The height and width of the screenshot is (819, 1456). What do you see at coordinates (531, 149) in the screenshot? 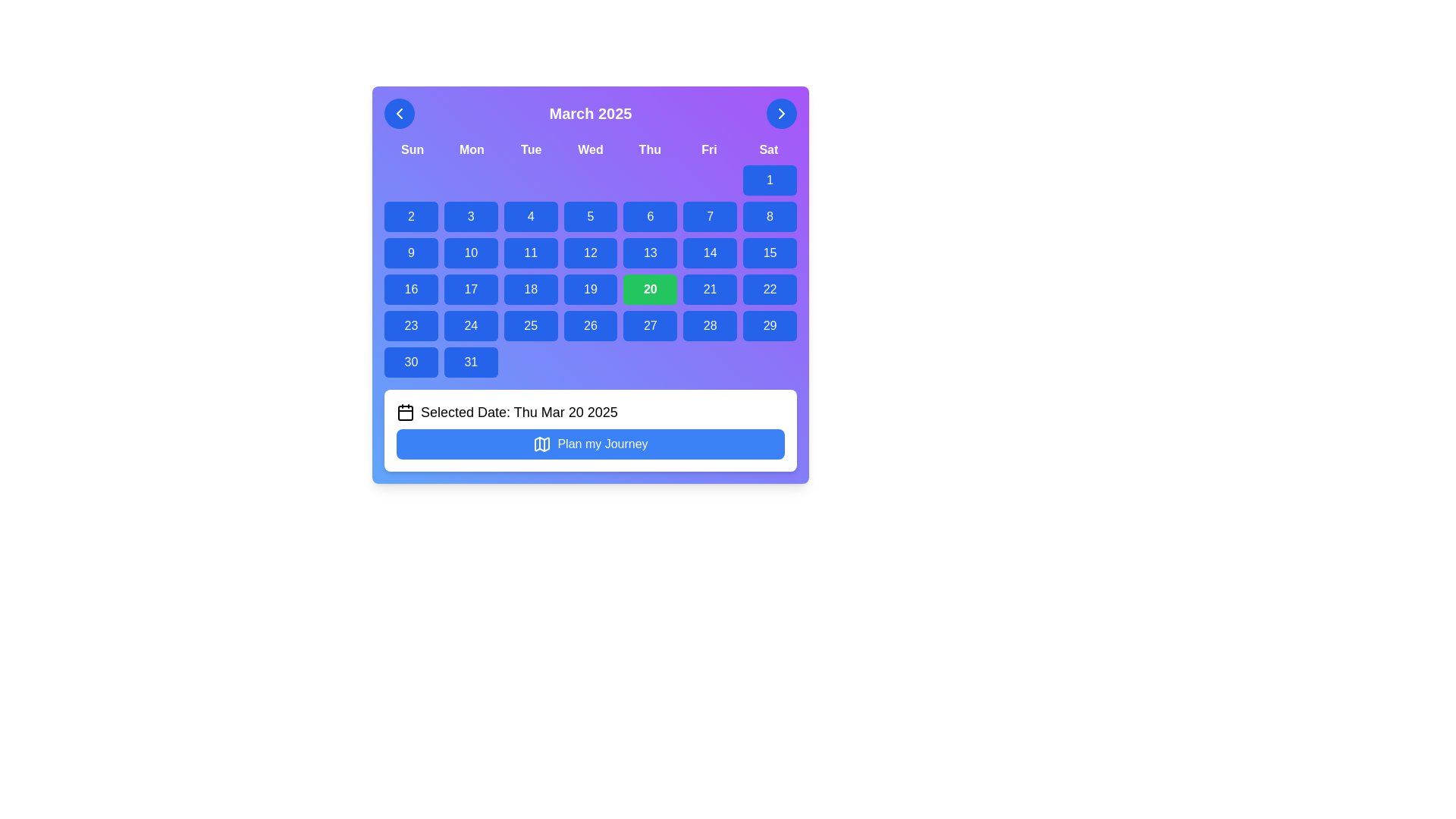
I see `the static text label representing Tuesday in the calendar display, which is positioned third among the days of the week labels` at bounding box center [531, 149].